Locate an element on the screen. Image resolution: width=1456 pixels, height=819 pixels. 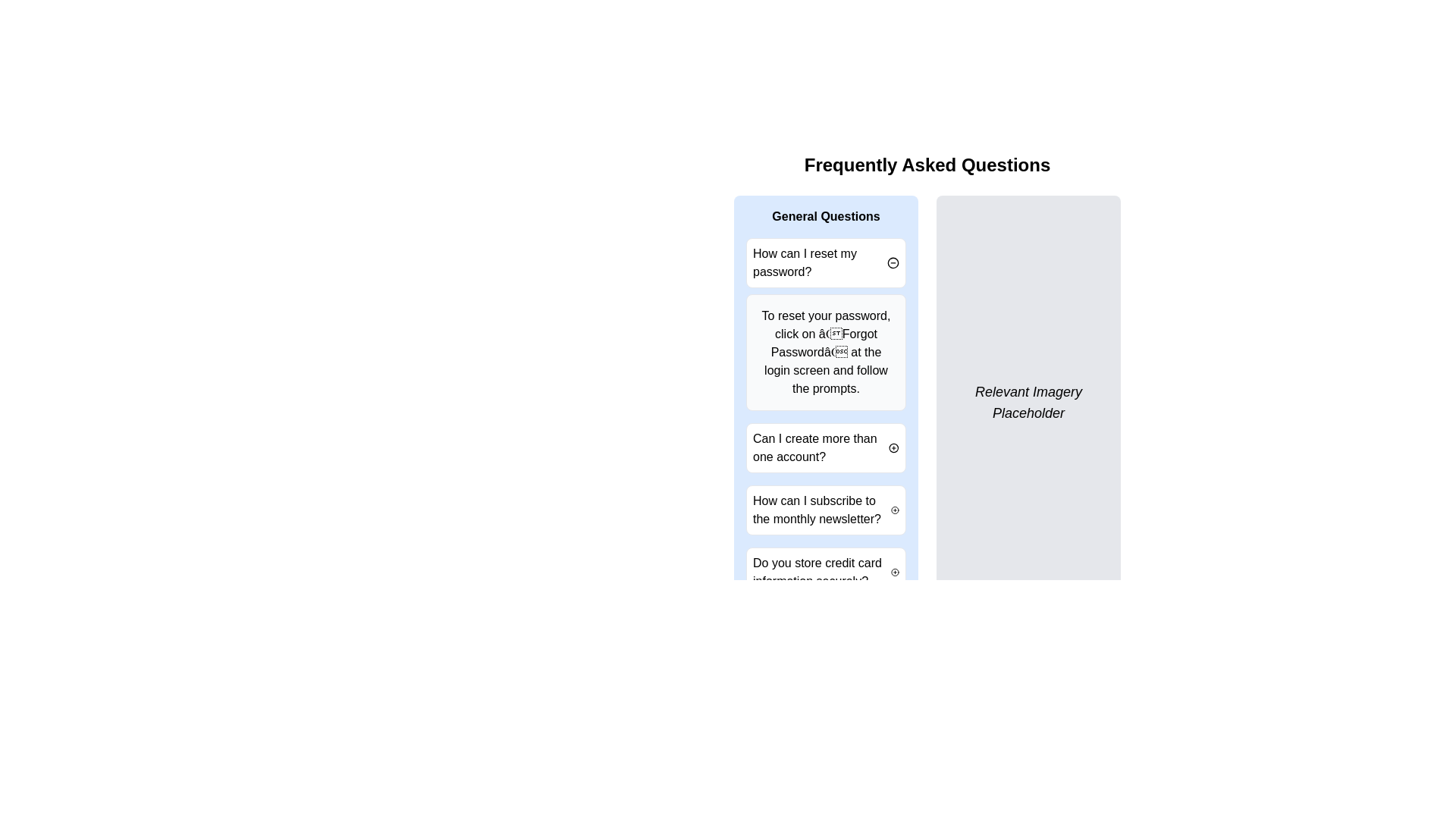
the informational text box that displays supplementary information related to resetting a password, located under the 'How can I reset my password?' question in the FAQ section is located at coordinates (825, 353).